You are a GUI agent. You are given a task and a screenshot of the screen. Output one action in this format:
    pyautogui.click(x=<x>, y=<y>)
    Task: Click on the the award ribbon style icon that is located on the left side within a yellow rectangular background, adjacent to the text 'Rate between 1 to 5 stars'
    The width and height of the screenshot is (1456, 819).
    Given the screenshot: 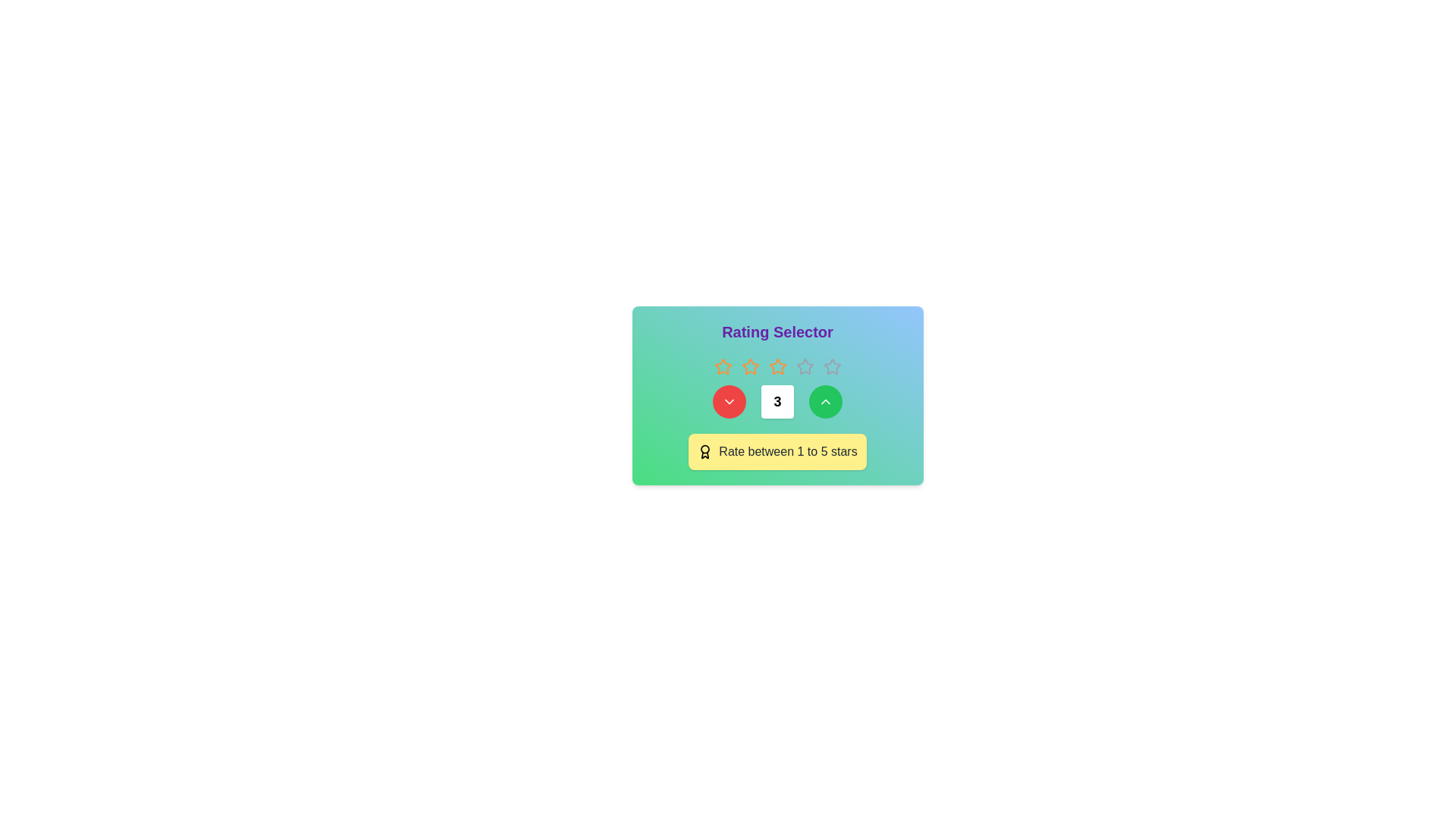 What is the action you would take?
    pyautogui.click(x=704, y=451)
    